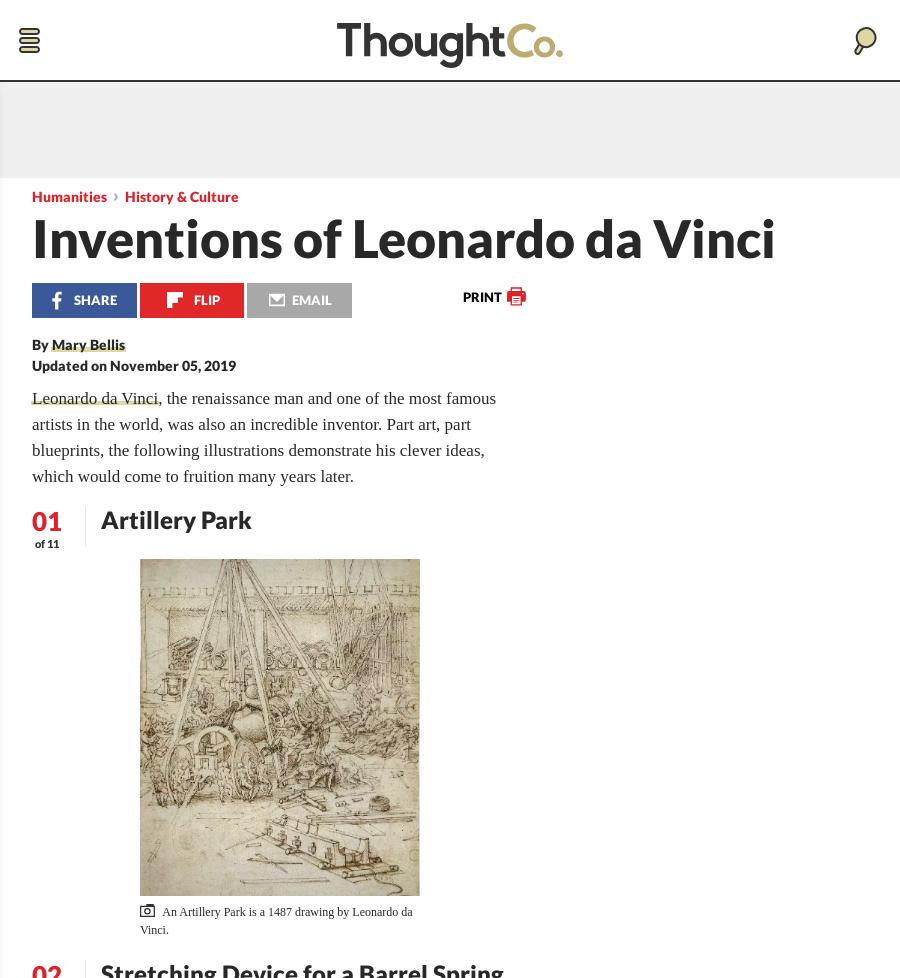 The height and width of the screenshot is (978, 900). What do you see at coordinates (180, 196) in the screenshot?
I see `'History & Culture'` at bounding box center [180, 196].